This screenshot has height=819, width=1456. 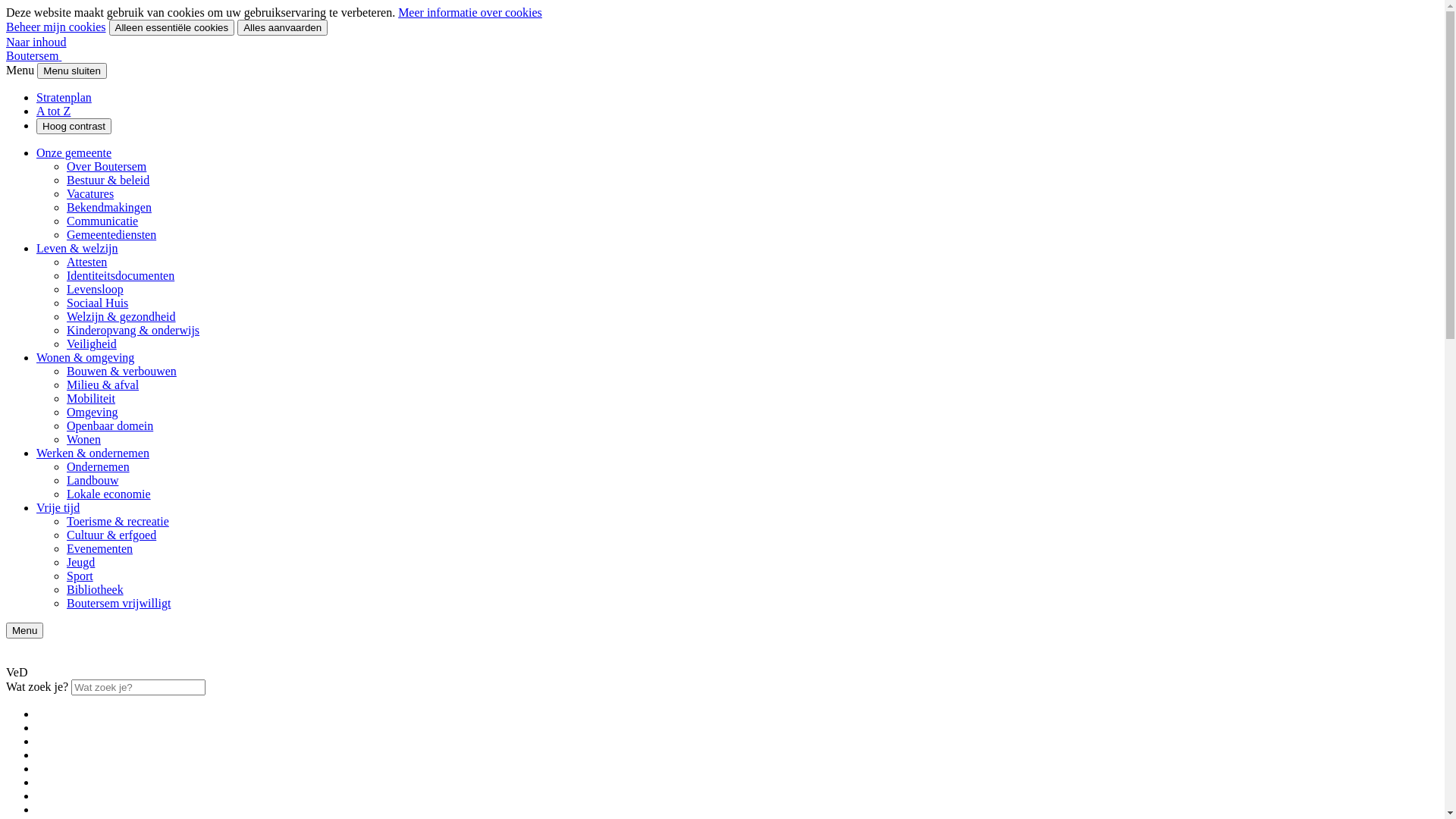 What do you see at coordinates (108, 494) in the screenshot?
I see `'Lokale economie'` at bounding box center [108, 494].